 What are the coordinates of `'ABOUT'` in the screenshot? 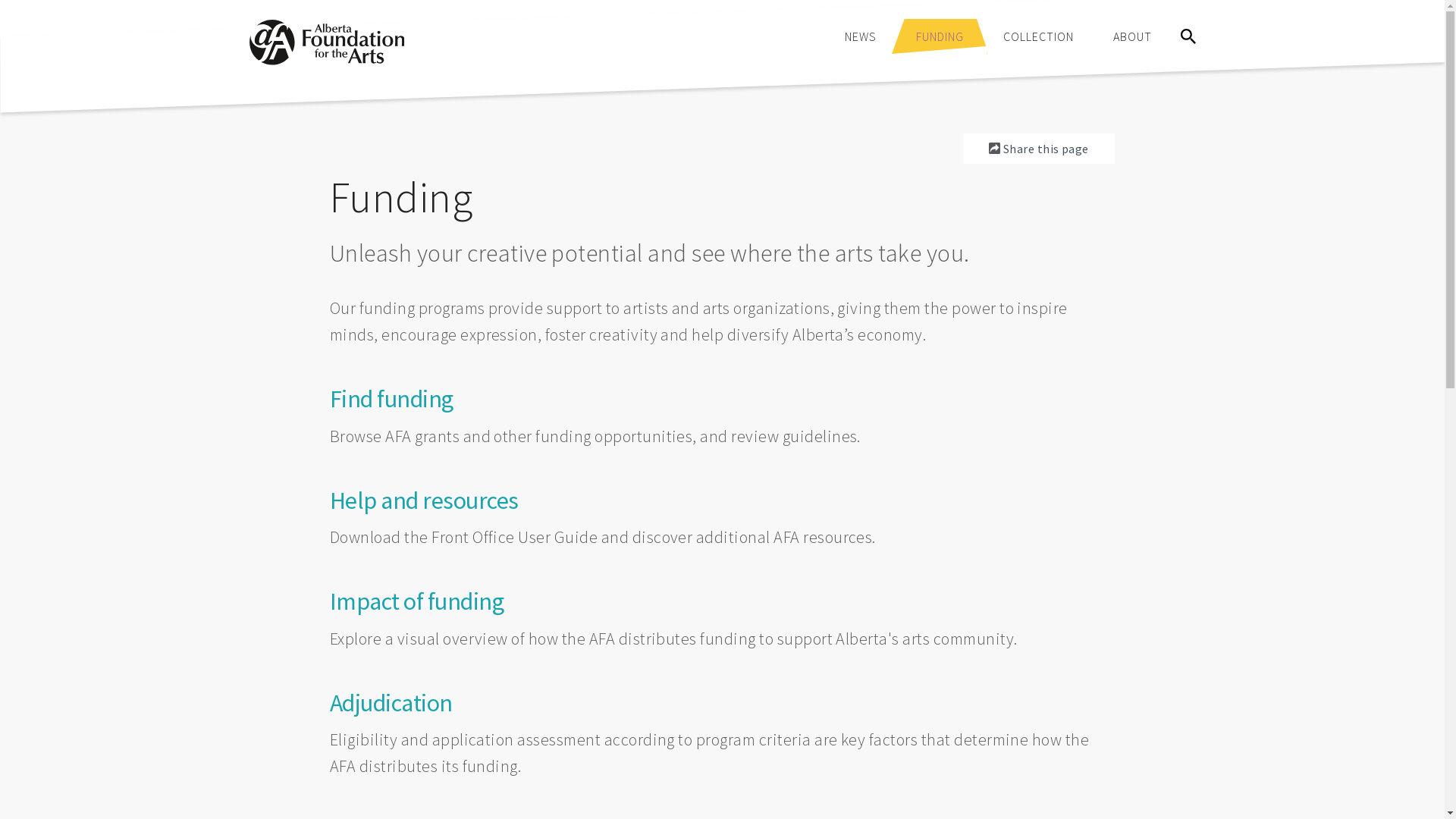 It's located at (1100, 35).